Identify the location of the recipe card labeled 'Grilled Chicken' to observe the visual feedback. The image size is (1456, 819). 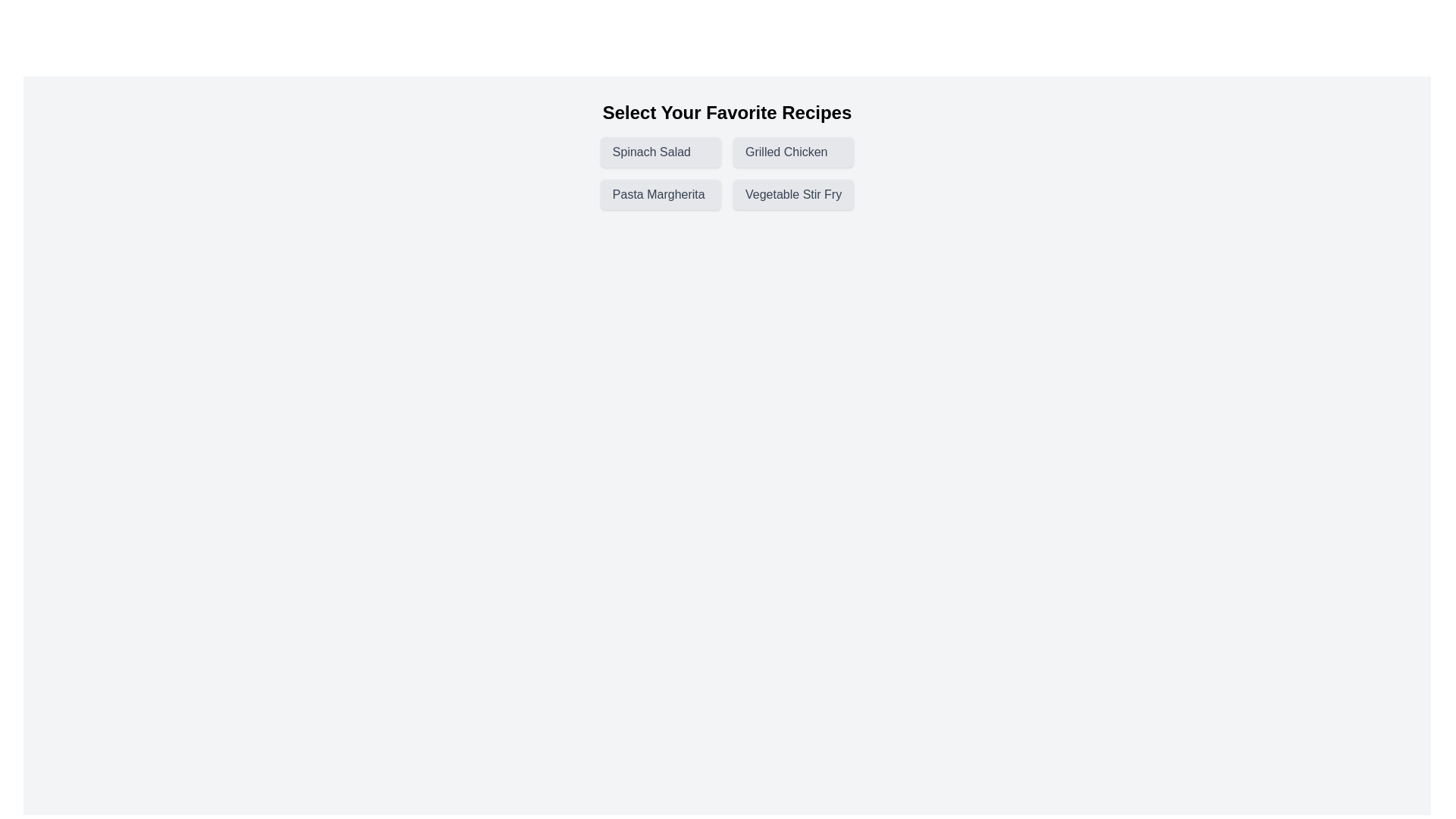
(792, 152).